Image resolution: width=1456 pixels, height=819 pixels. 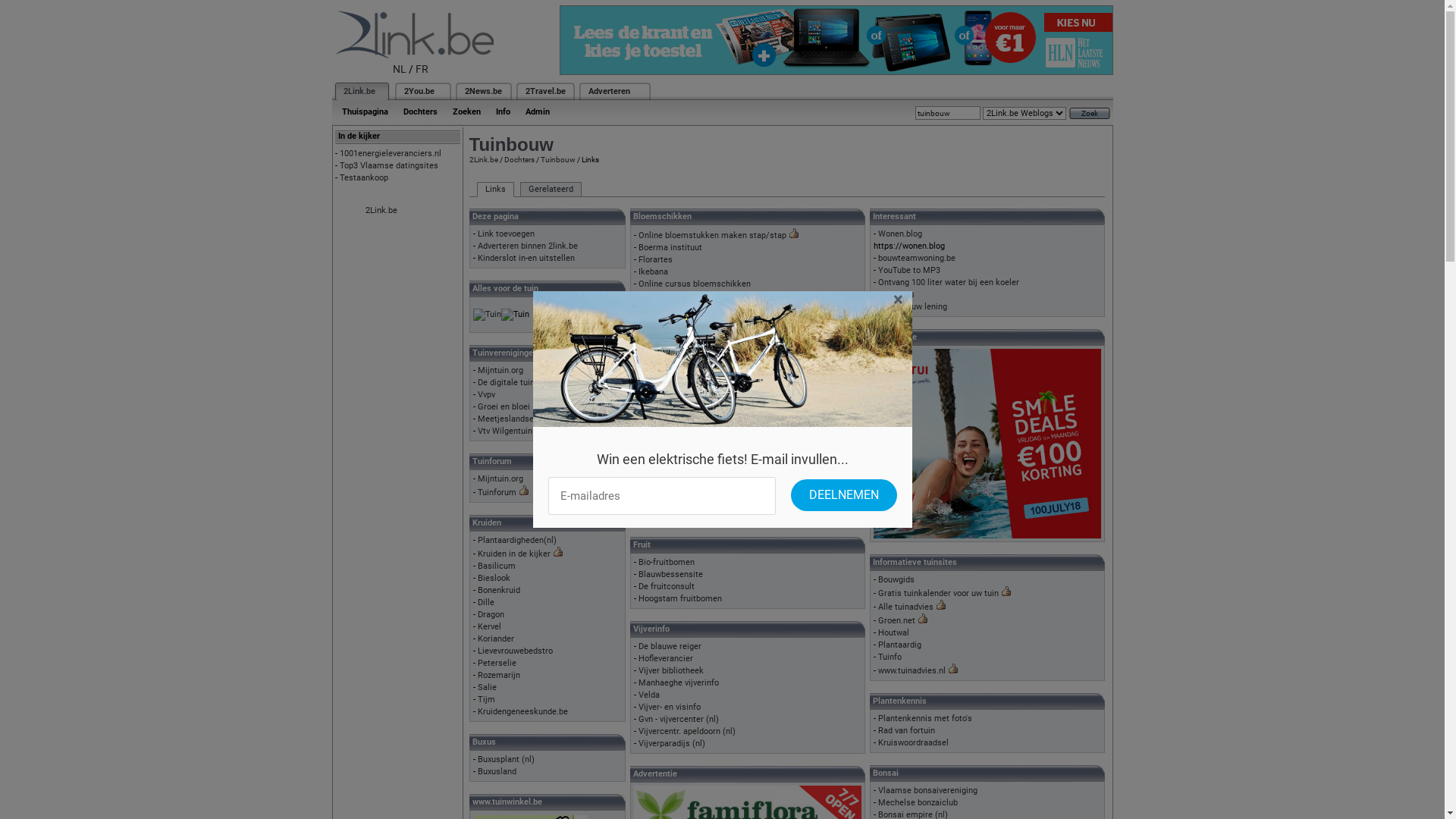 What do you see at coordinates (443, 111) in the screenshot?
I see `'Zoeken'` at bounding box center [443, 111].